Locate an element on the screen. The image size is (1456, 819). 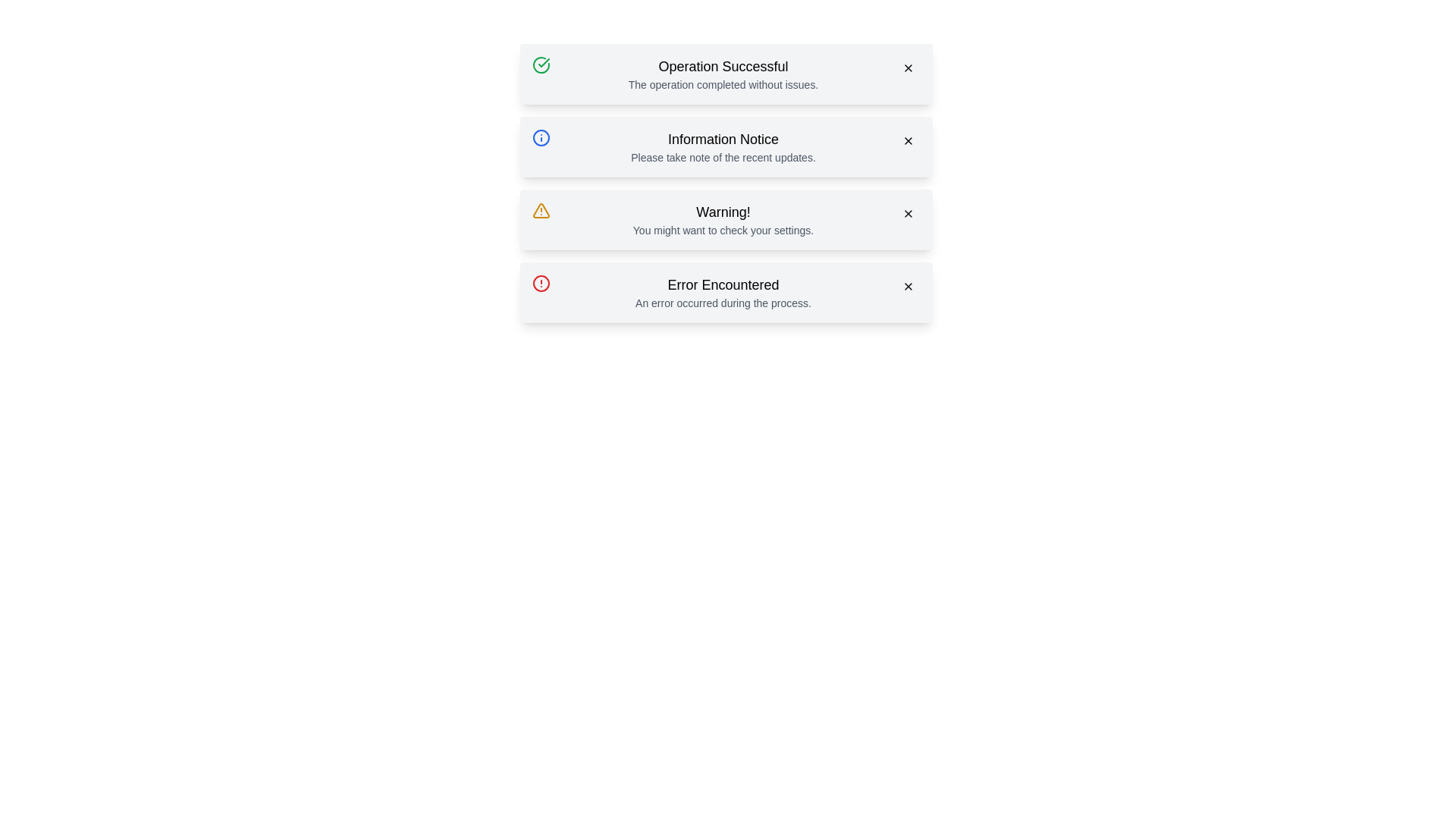
close button of the alert with the title Information Notice is located at coordinates (908, 140).